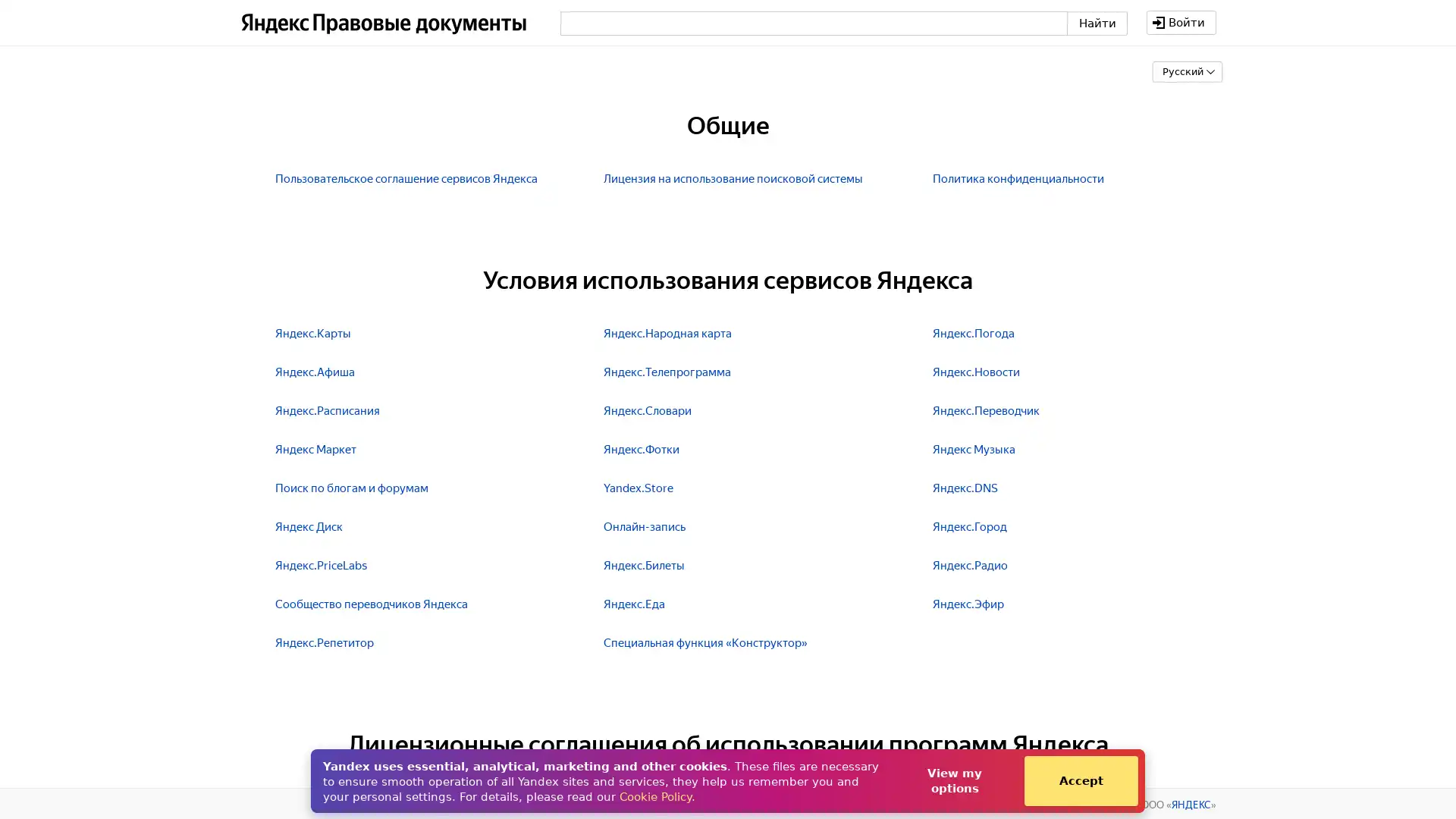  I want to click on View my options, so click(953, 780).